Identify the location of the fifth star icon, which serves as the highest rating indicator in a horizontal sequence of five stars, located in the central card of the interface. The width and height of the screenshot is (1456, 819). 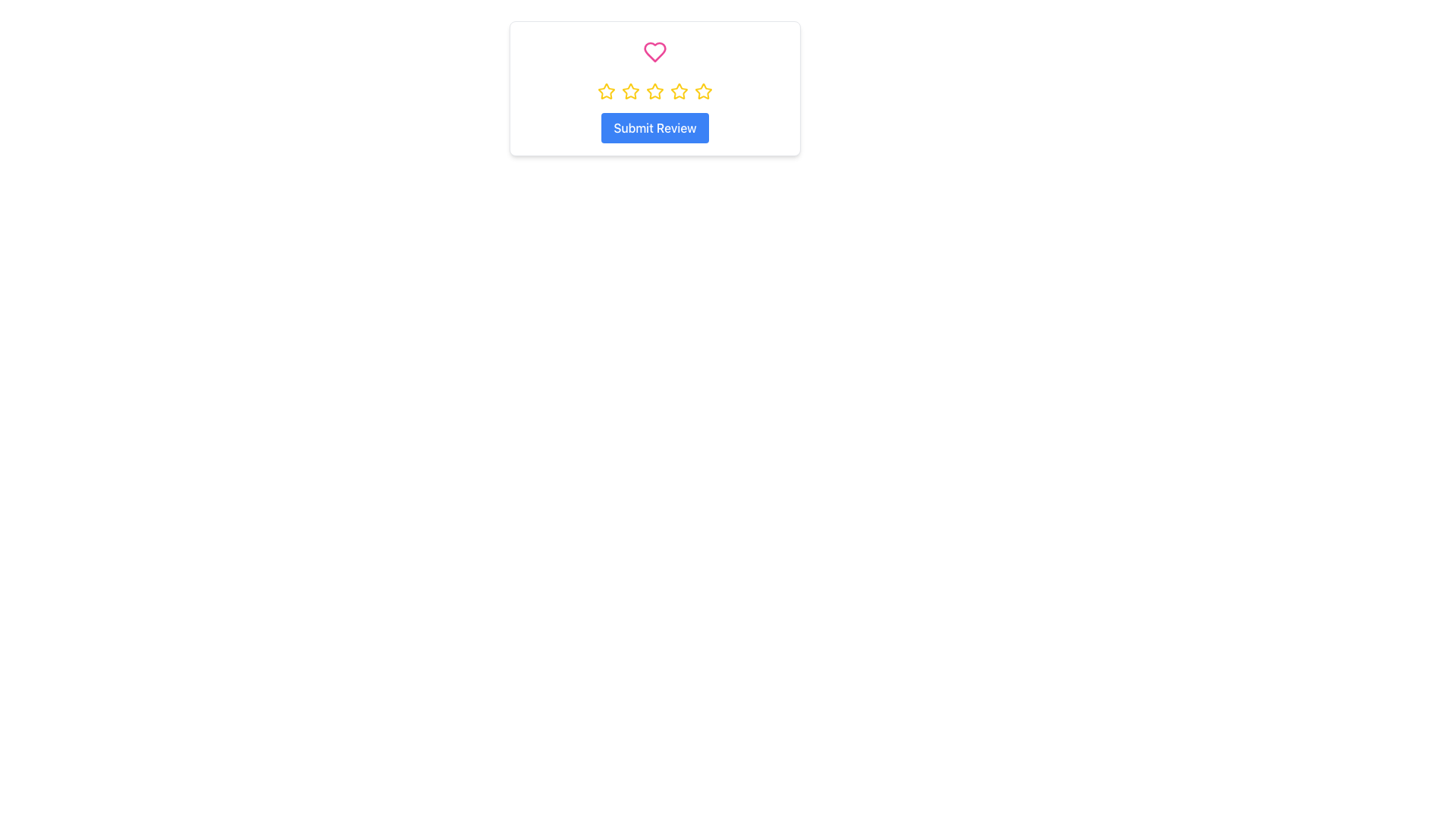
(702, 91).